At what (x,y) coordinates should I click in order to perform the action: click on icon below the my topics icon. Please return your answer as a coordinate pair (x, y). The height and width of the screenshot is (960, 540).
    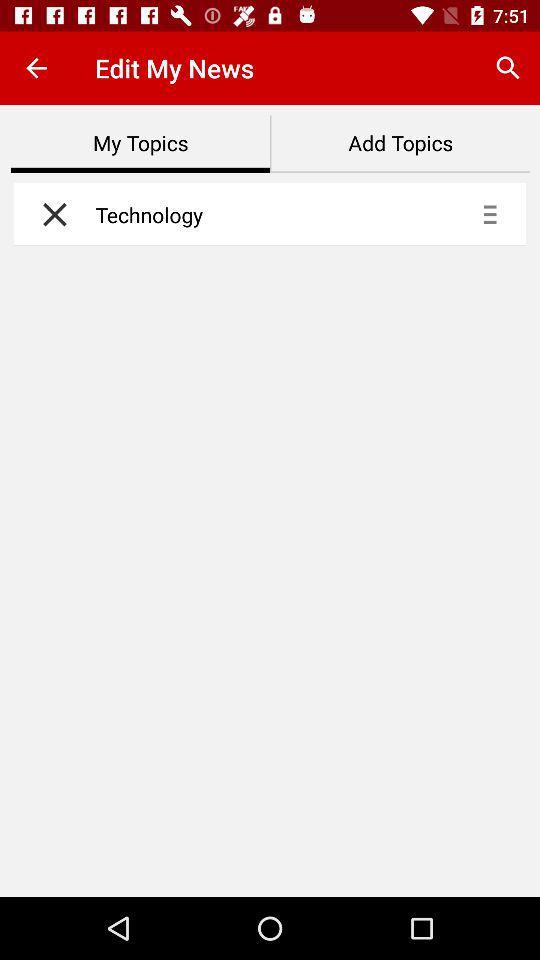
    Looking at the image, I should click on (49, 214).